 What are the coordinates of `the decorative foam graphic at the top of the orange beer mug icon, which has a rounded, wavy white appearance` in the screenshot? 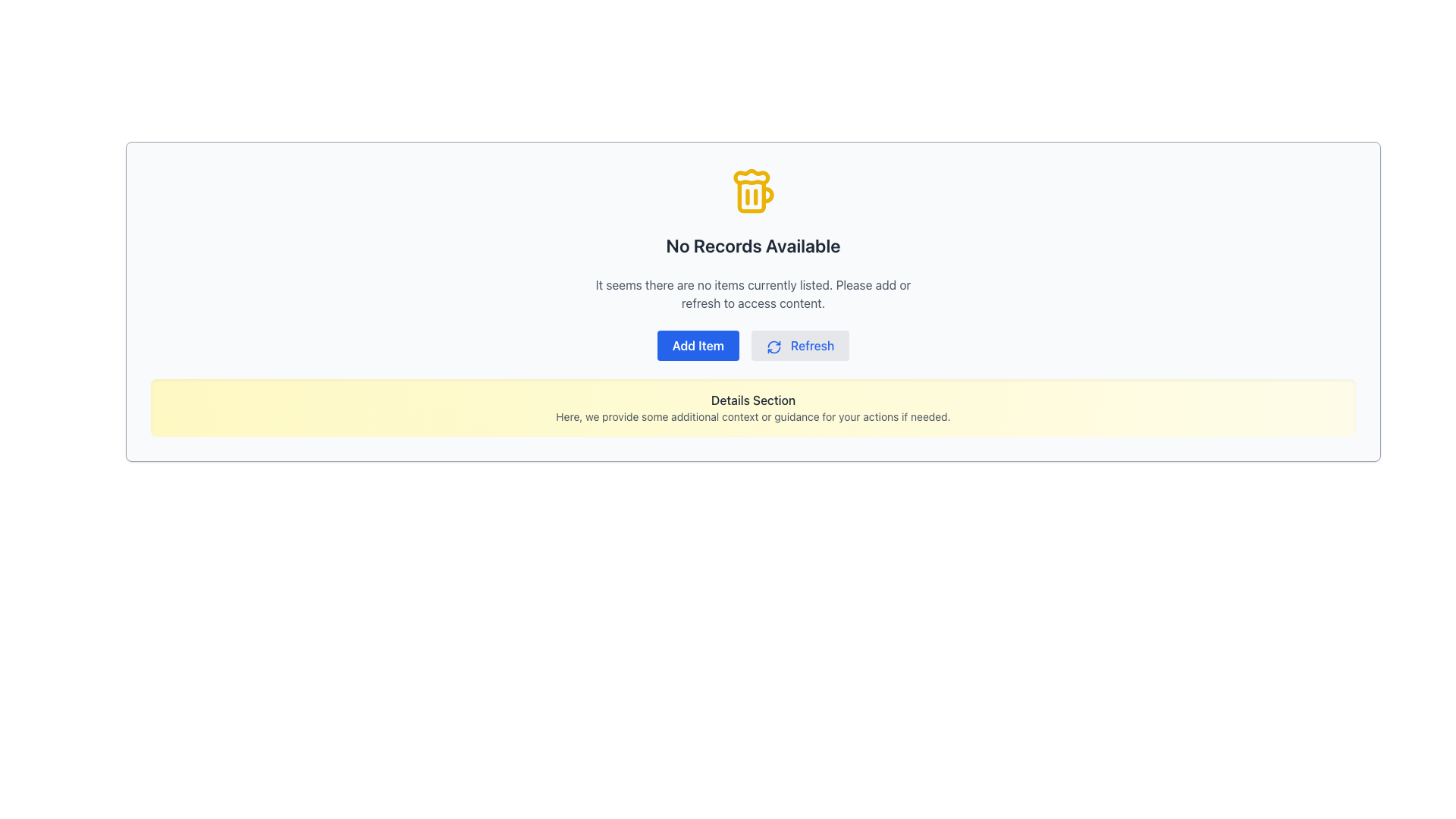 It's located at (751, 176).